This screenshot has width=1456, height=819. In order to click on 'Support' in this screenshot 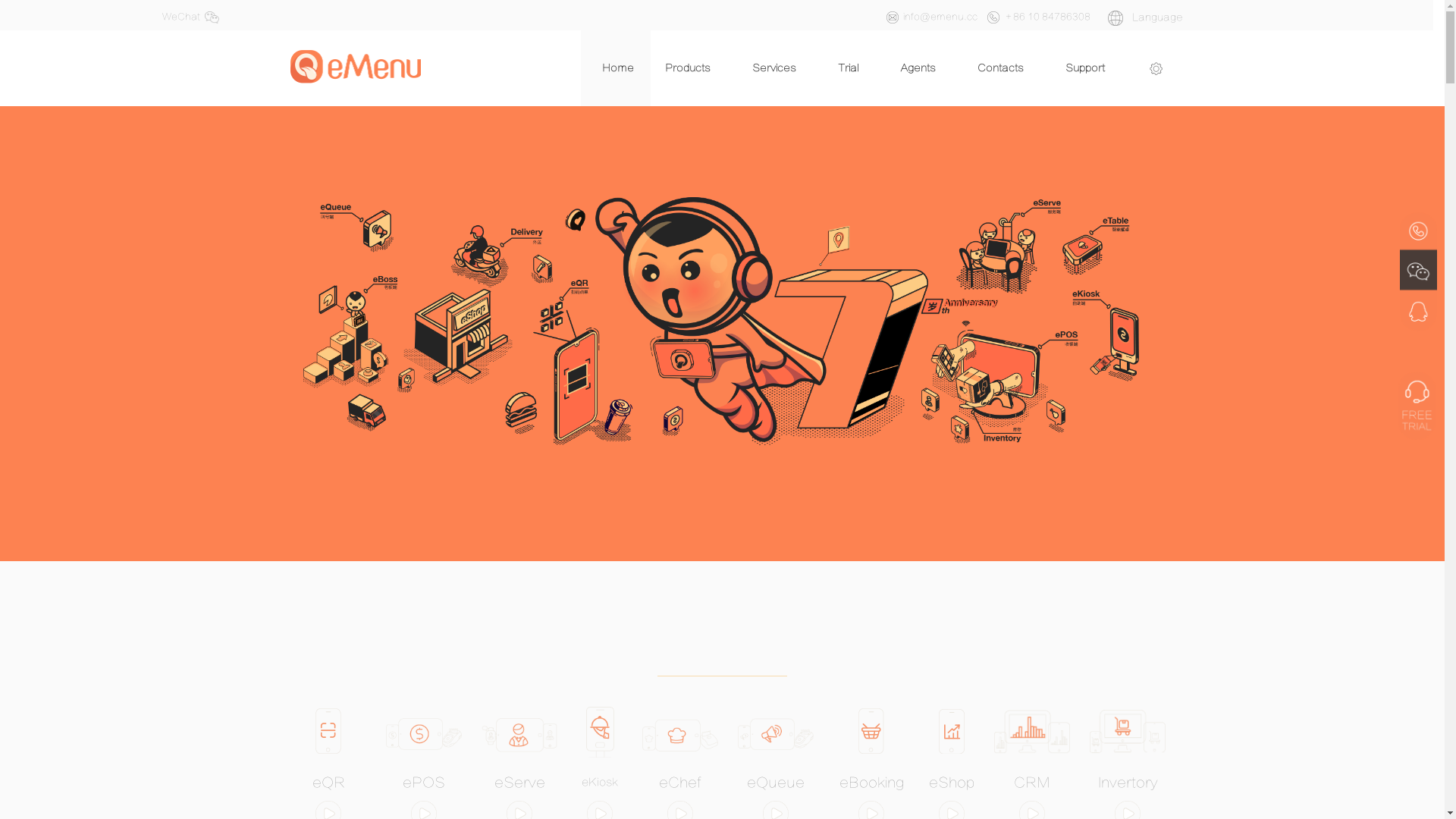, I will do `click(1084, 67)`.